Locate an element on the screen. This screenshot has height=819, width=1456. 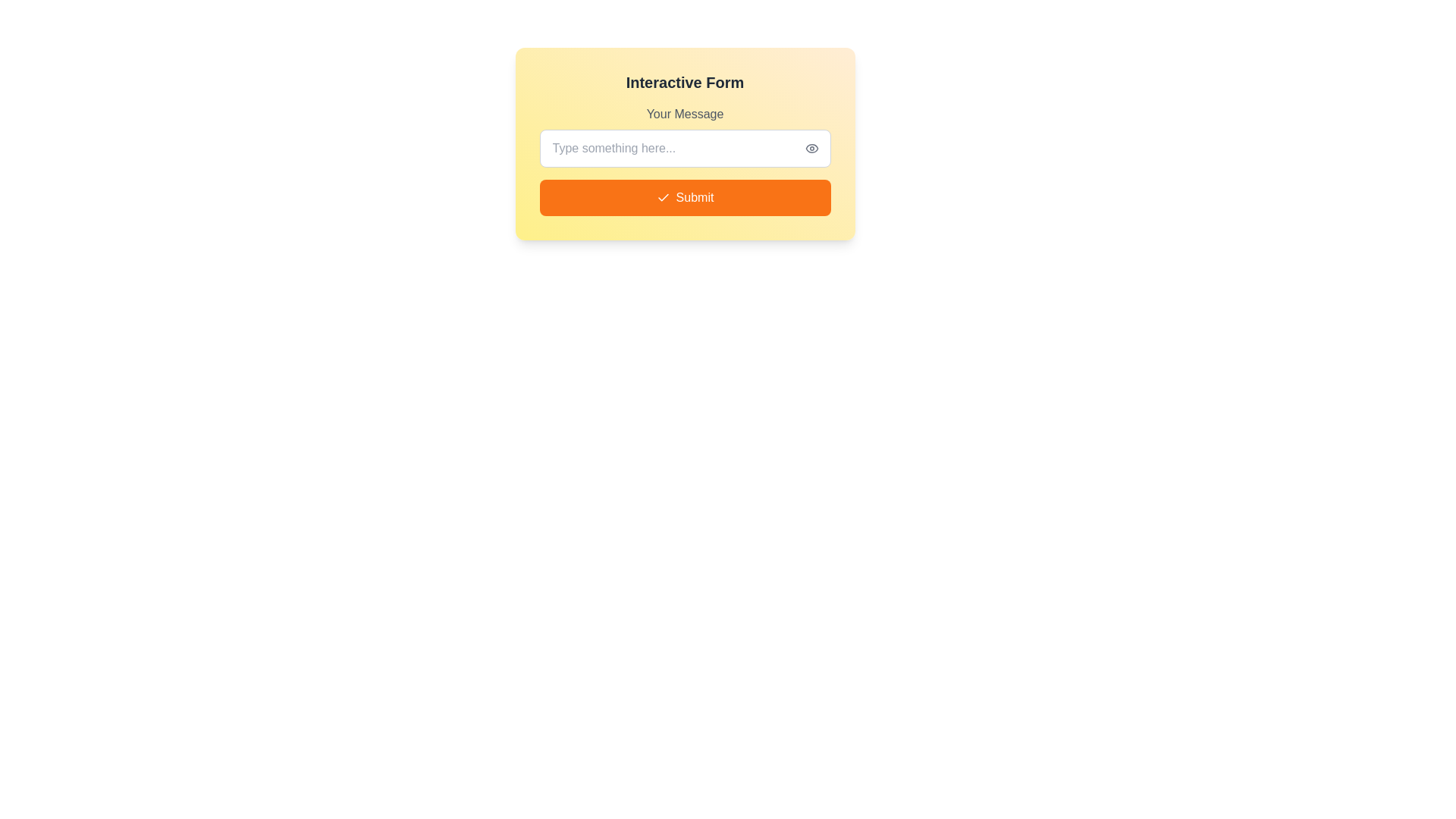
the text input field labeled 'Your Message' to focus it for typing is located at coordinates (684, 136).